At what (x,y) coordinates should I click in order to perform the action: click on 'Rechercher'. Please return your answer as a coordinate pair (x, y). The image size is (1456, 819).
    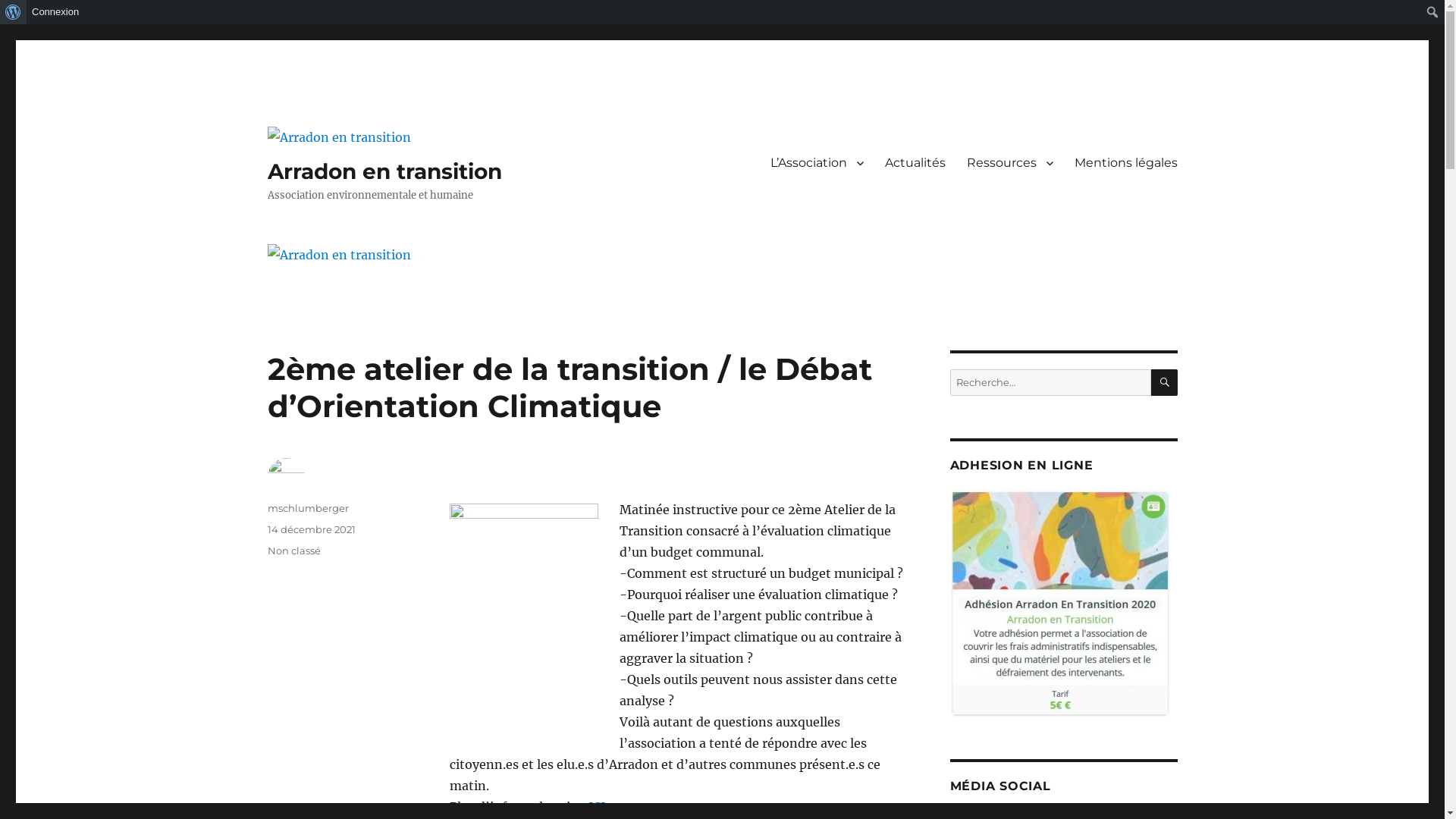
    Looking at the image, I should click on (11, 11).